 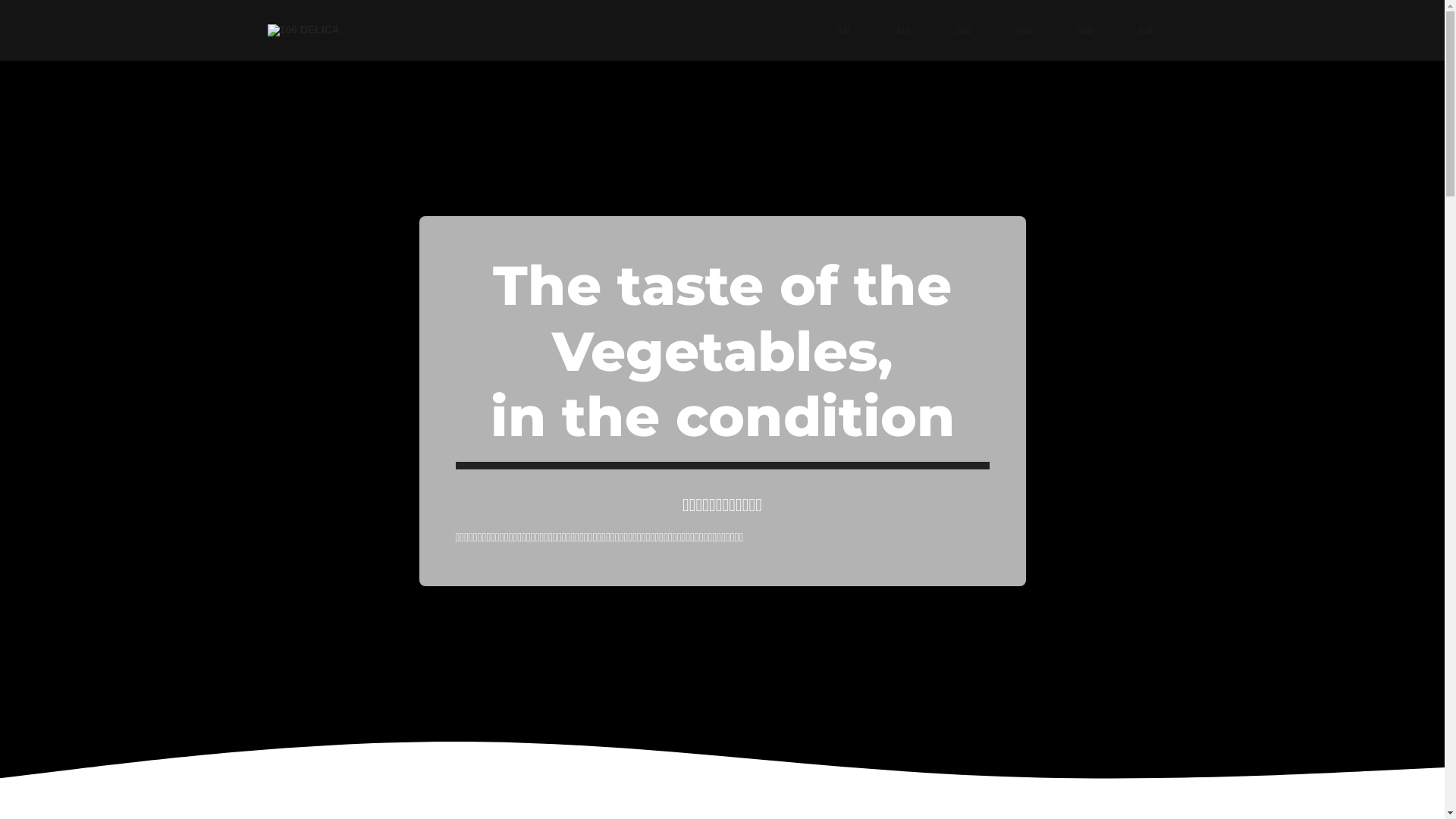 I want to click on '106 DELICA', so click(x=266, y=30).